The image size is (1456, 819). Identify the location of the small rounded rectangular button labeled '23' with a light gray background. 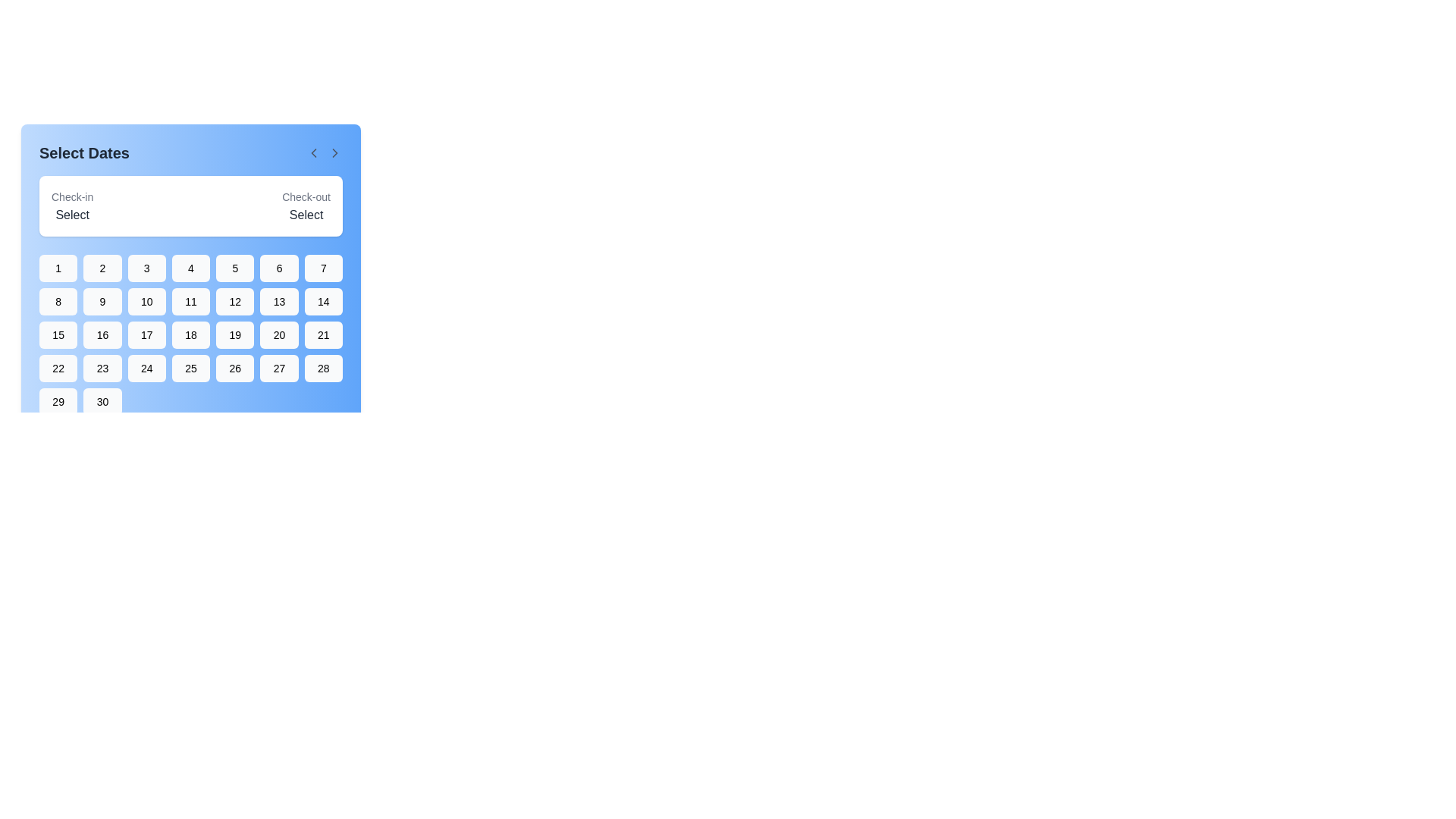
(102, 369).